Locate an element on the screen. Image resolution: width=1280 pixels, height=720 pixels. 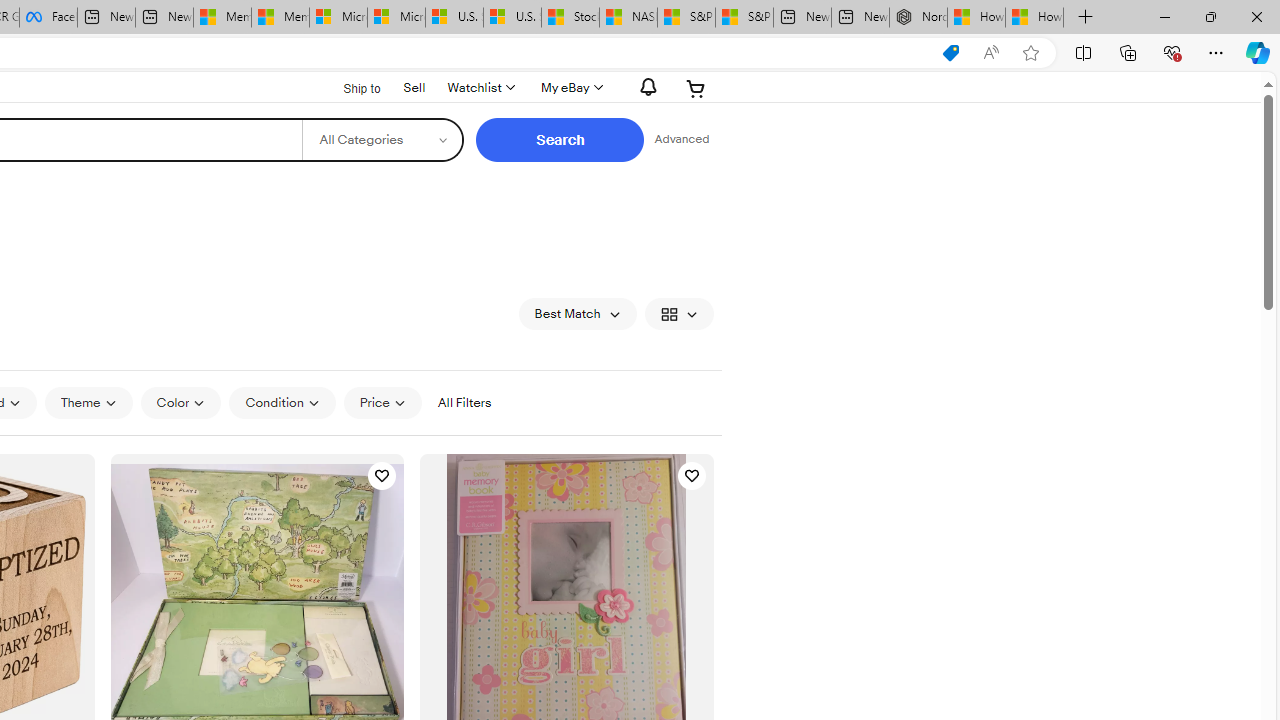
'My eBay' is located at coordinates (569, 87).